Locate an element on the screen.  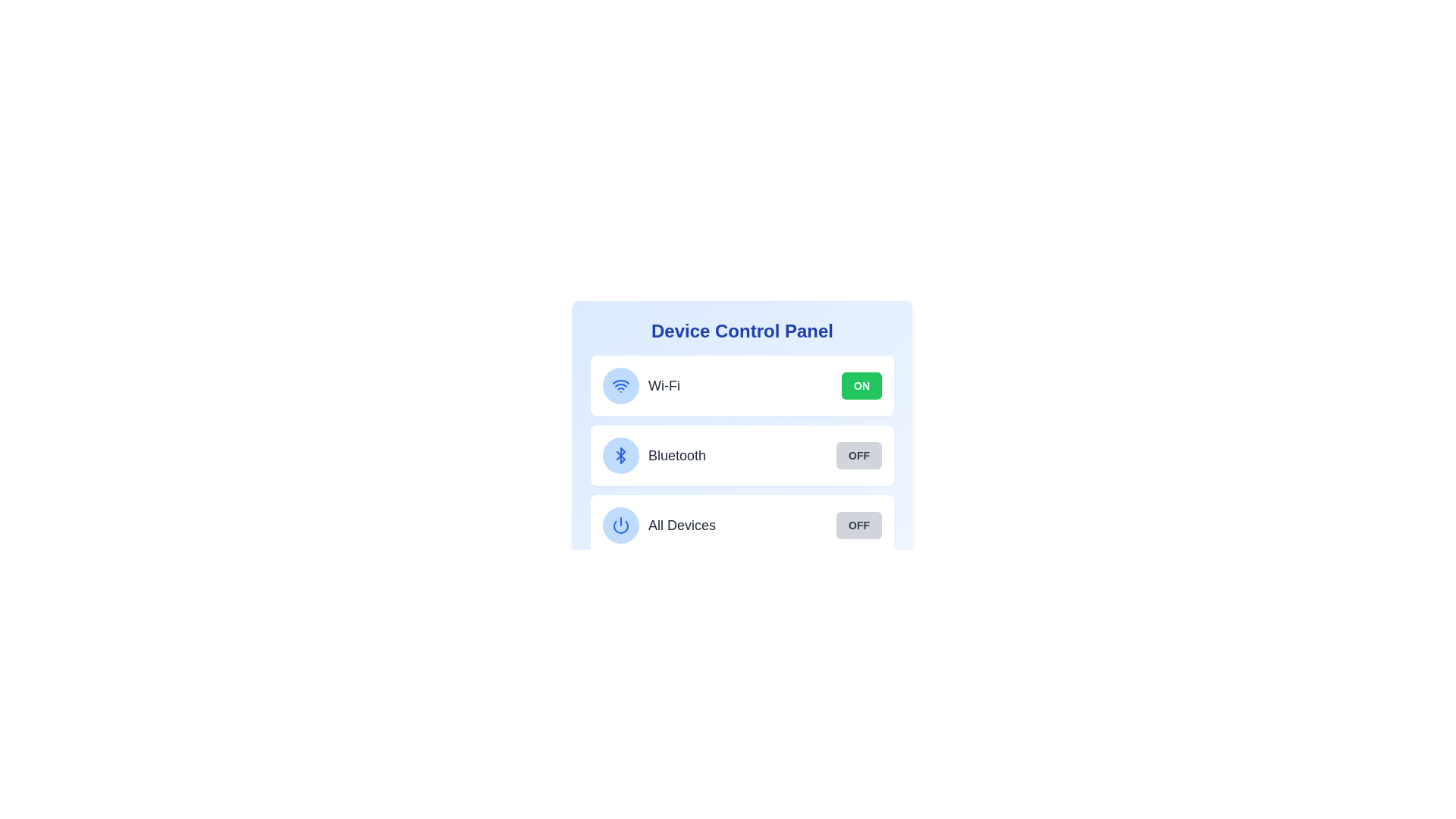
the 'Bluetooth' label with its accompanying icon is located at coordinates (654, 455).